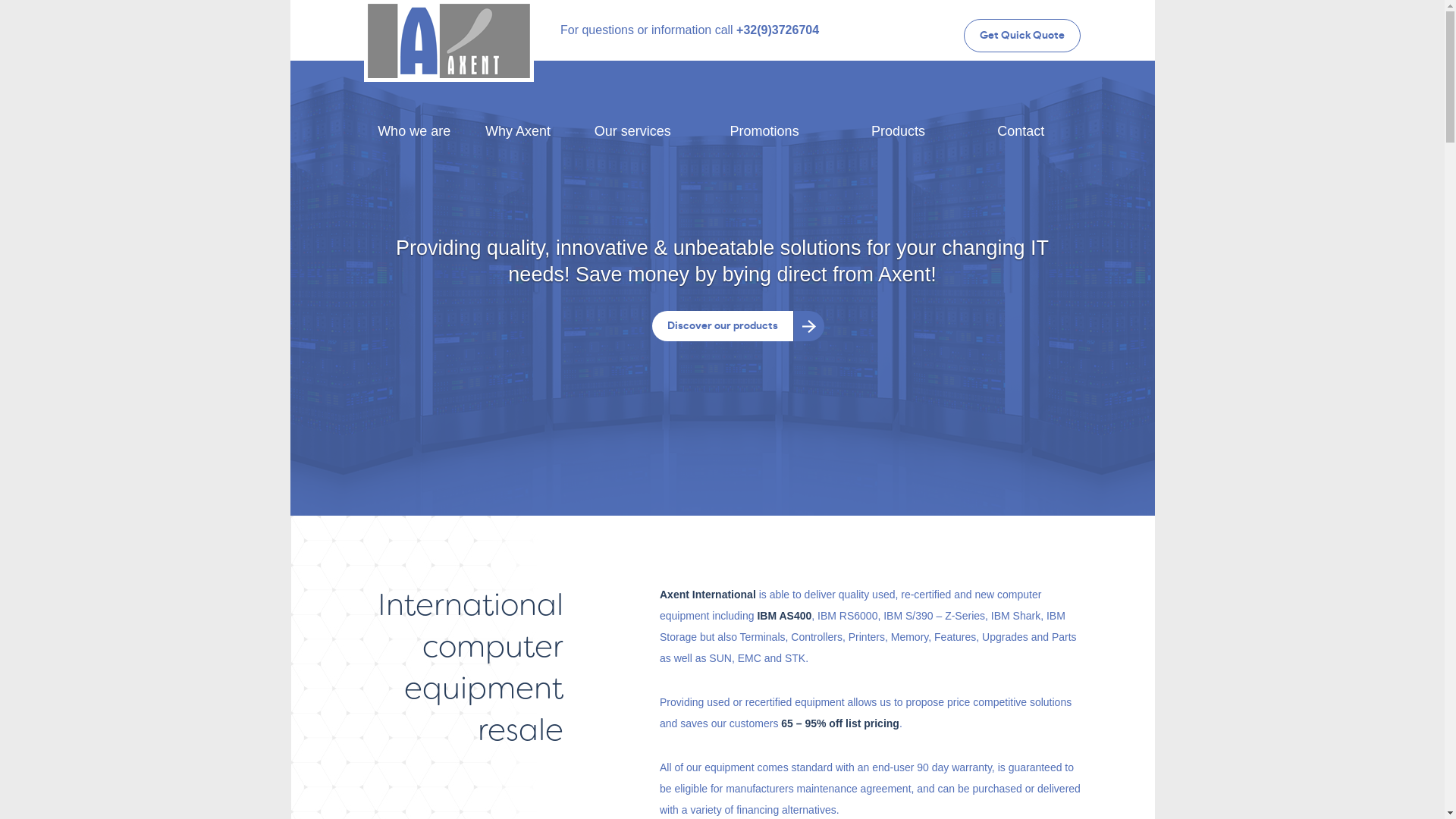  Describe the element at coordinates (632, 130) in the screenshot. I see `'Our services'` at that location.